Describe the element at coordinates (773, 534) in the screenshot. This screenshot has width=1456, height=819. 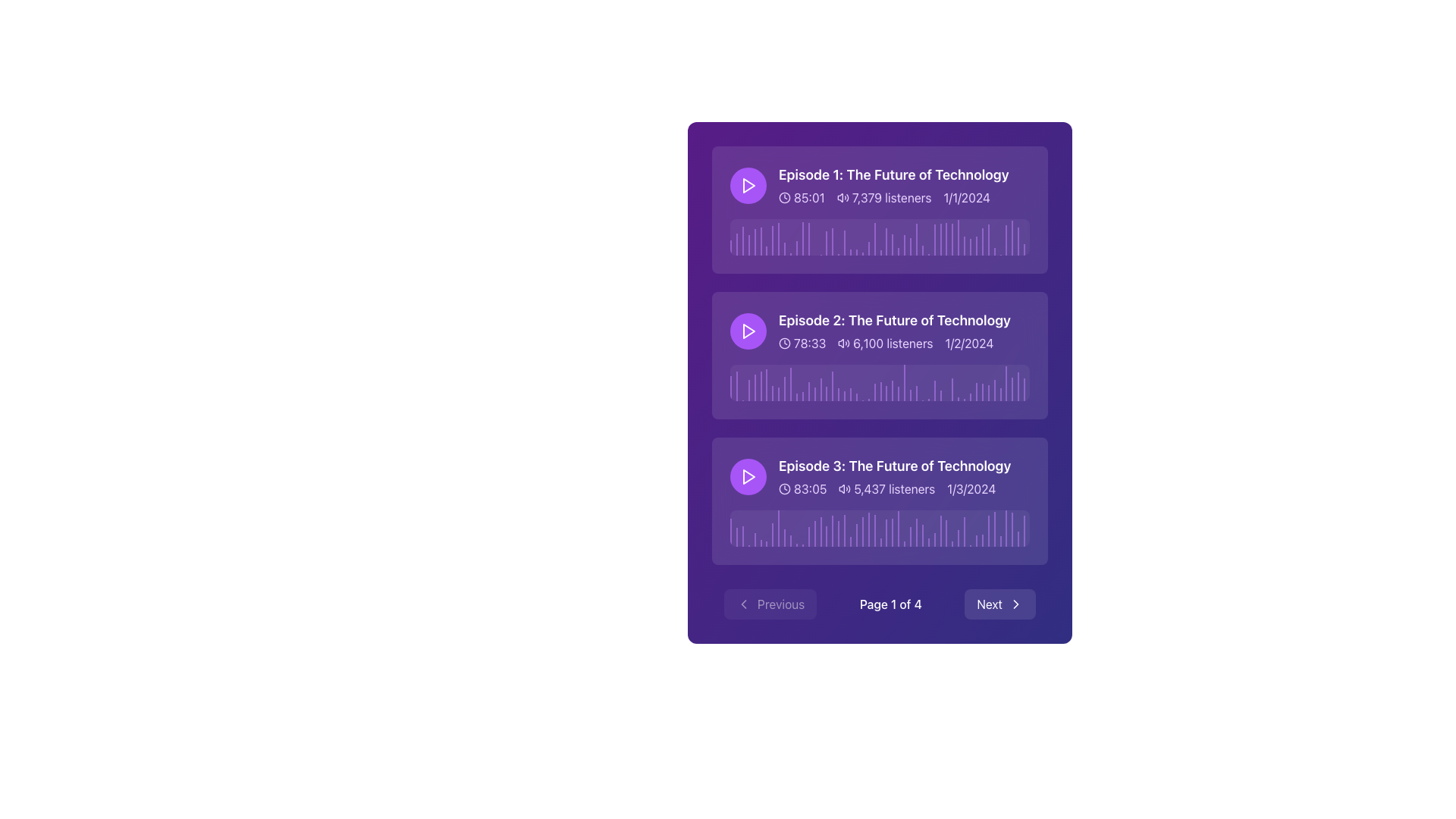
I see `the 8th vertical purple progress indicator segment in the playback bar for 'Episode 3: The Future of Technology'` at that location.